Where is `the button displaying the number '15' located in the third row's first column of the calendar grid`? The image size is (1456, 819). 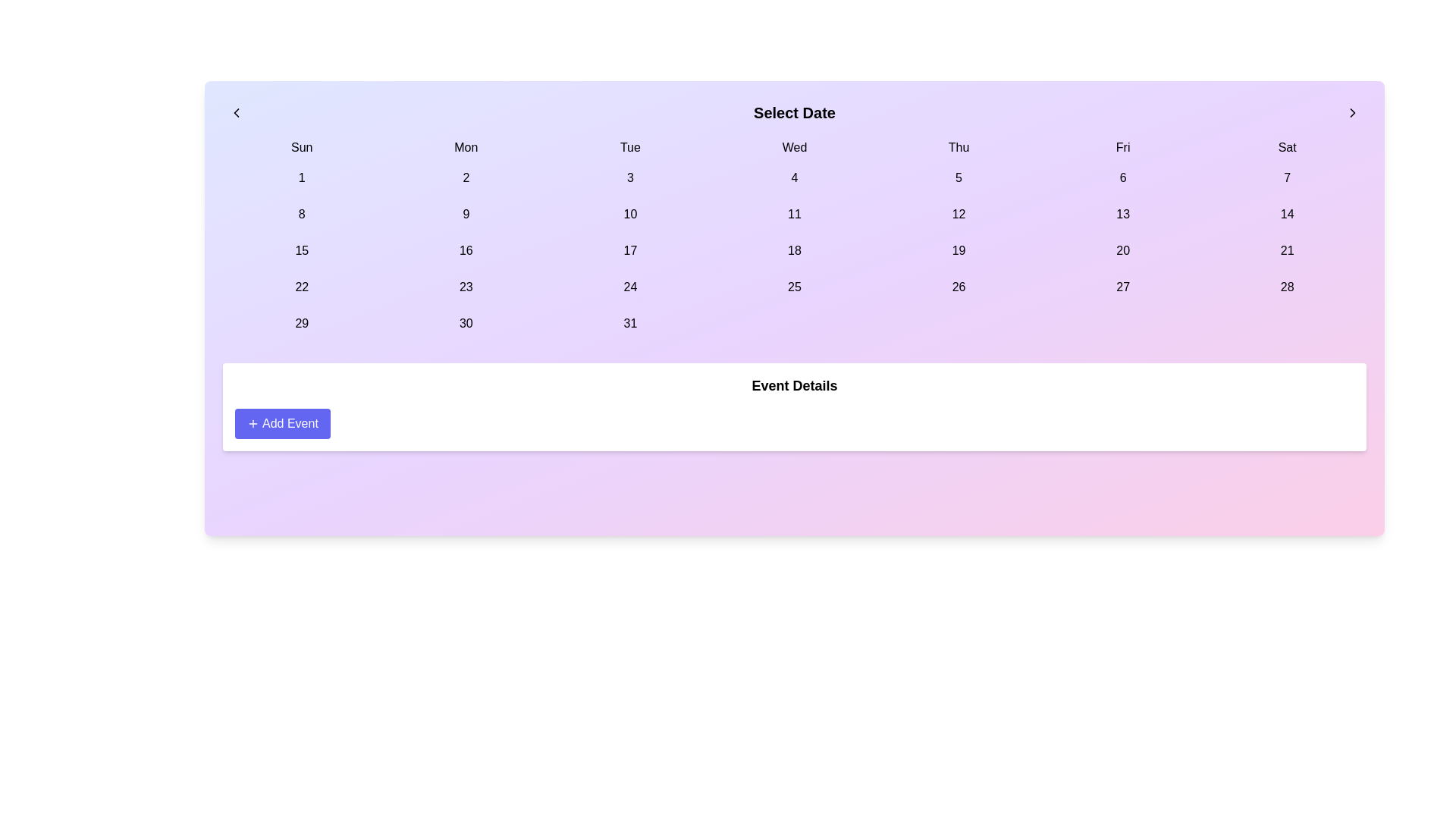 the button displaying the number '15' located in the third row's first column of the calendar grid is located at coordinates (302, 250).